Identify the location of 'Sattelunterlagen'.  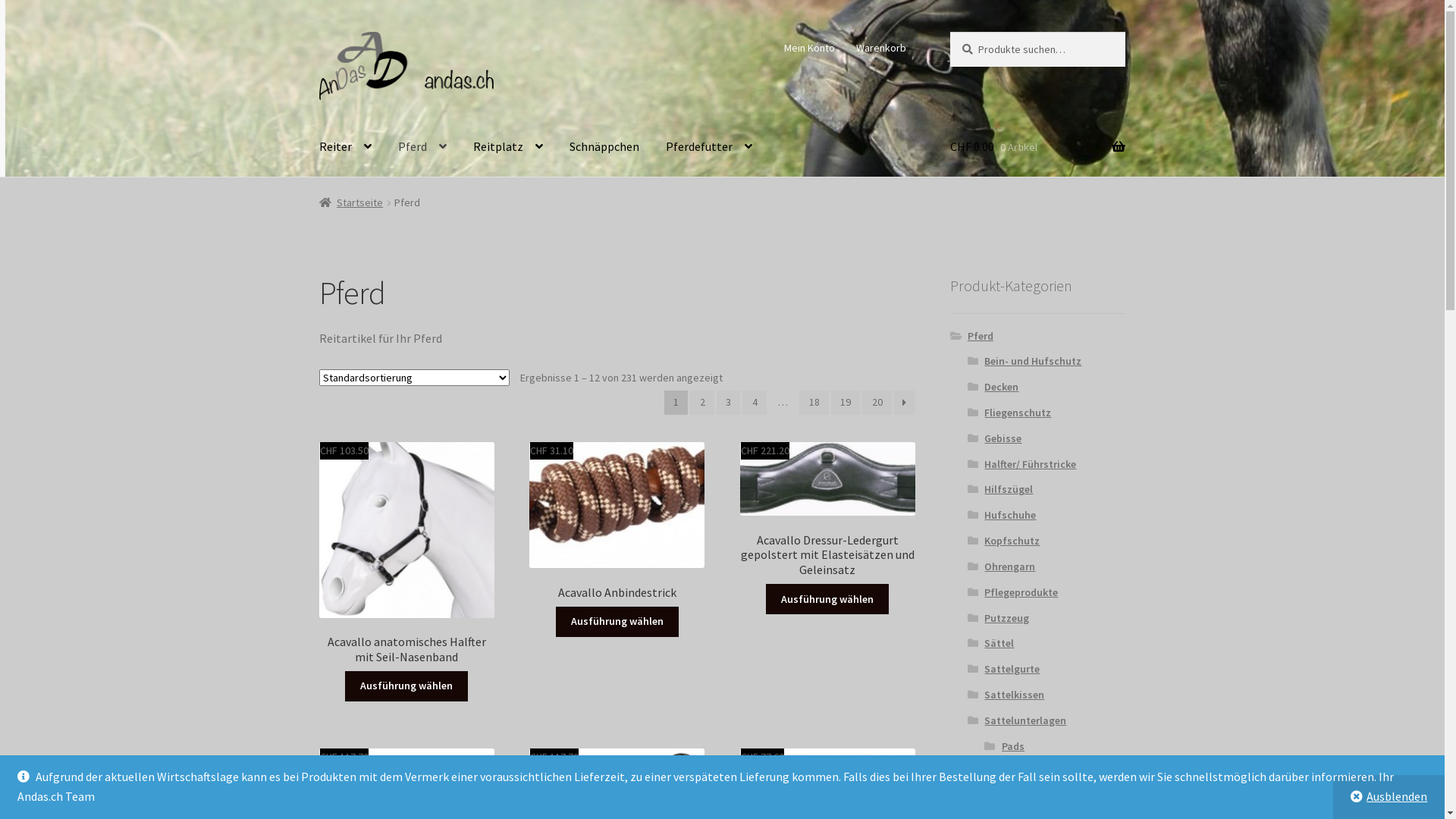
(1025, 719).